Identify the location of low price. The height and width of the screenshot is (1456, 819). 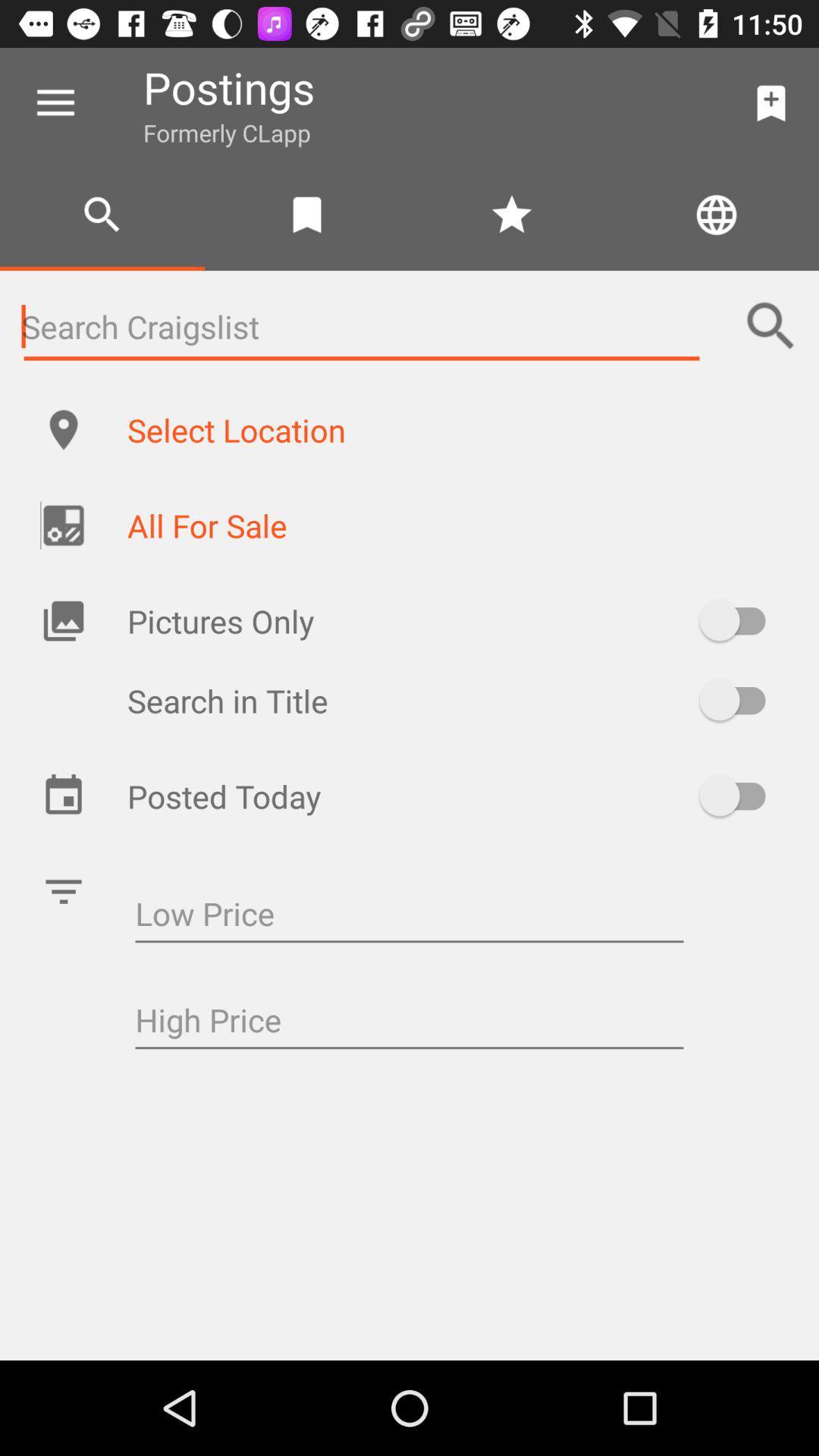
(409, 915).